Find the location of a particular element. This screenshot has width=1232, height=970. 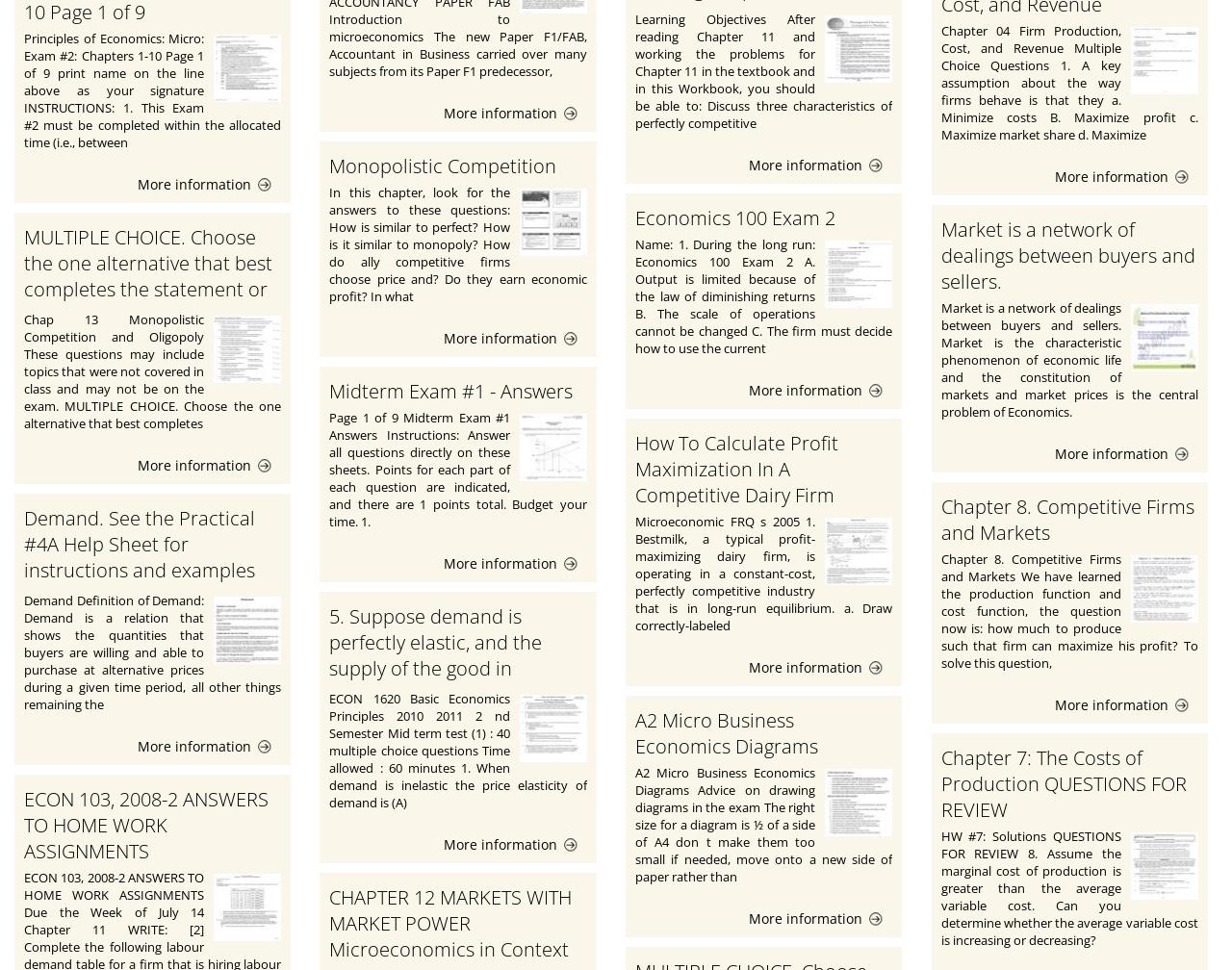

'Microeconomic FRQ s 2005 1. Bestmilk, a typical profit-maximizing dairy firm, is operating in a constant-cost, perfectly competitive industry that is in long-run equilibrium. a. Draw correctly-labeled' is located at coordinates (761, 574).